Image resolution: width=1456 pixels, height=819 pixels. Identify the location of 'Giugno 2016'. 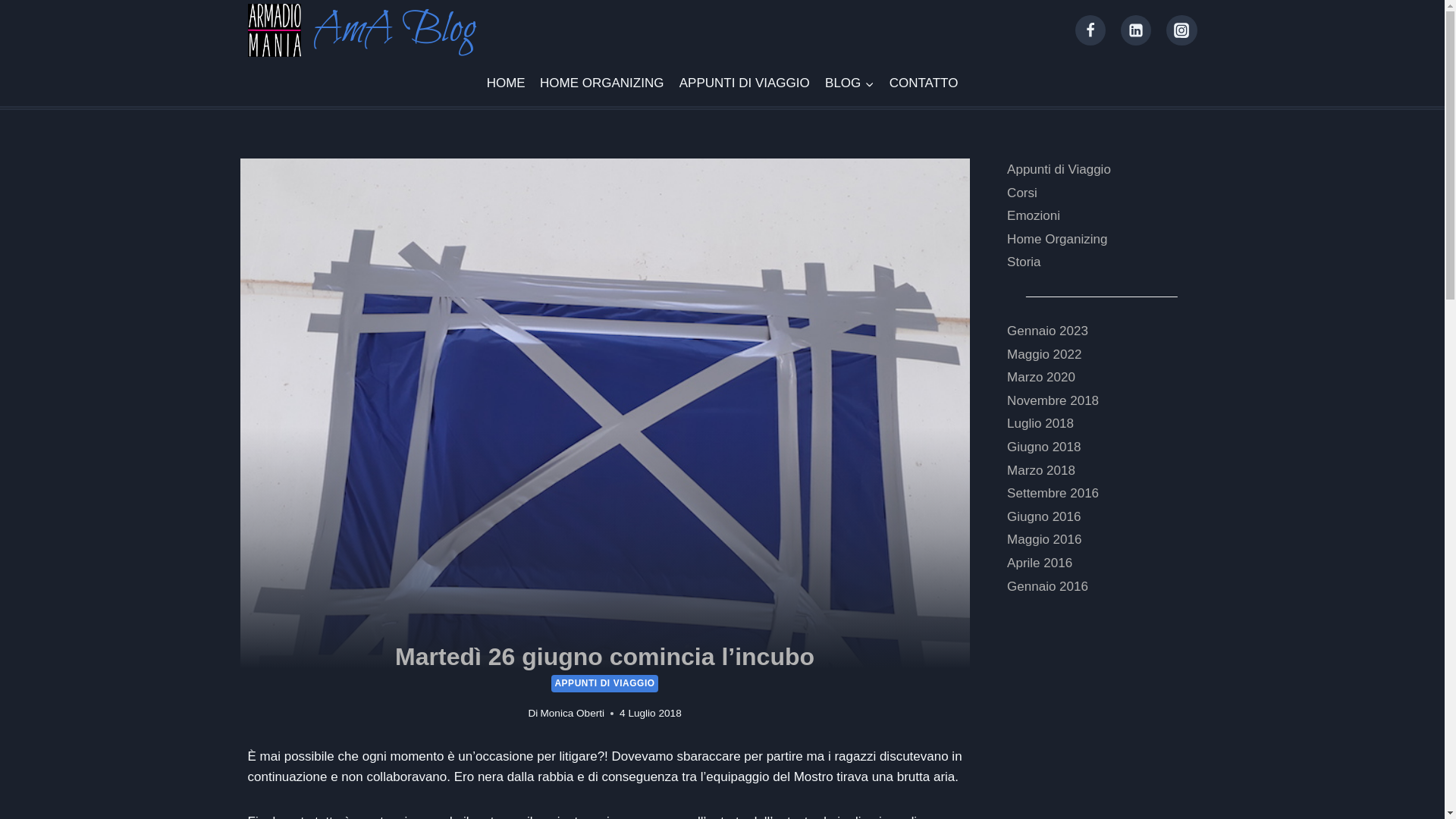
(1043, 516).